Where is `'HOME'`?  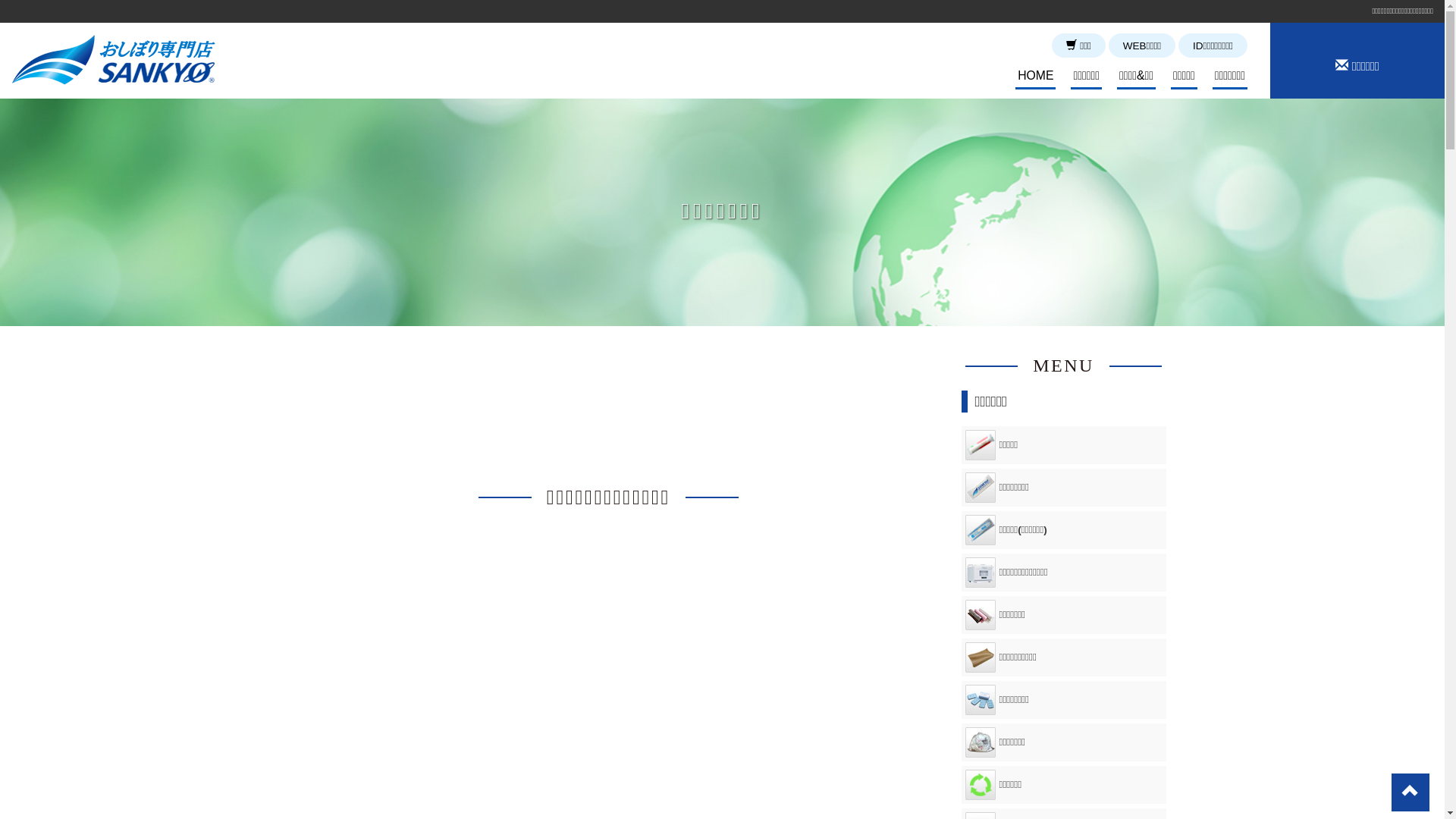 'HOME' is located at coordinates (1015, 77).